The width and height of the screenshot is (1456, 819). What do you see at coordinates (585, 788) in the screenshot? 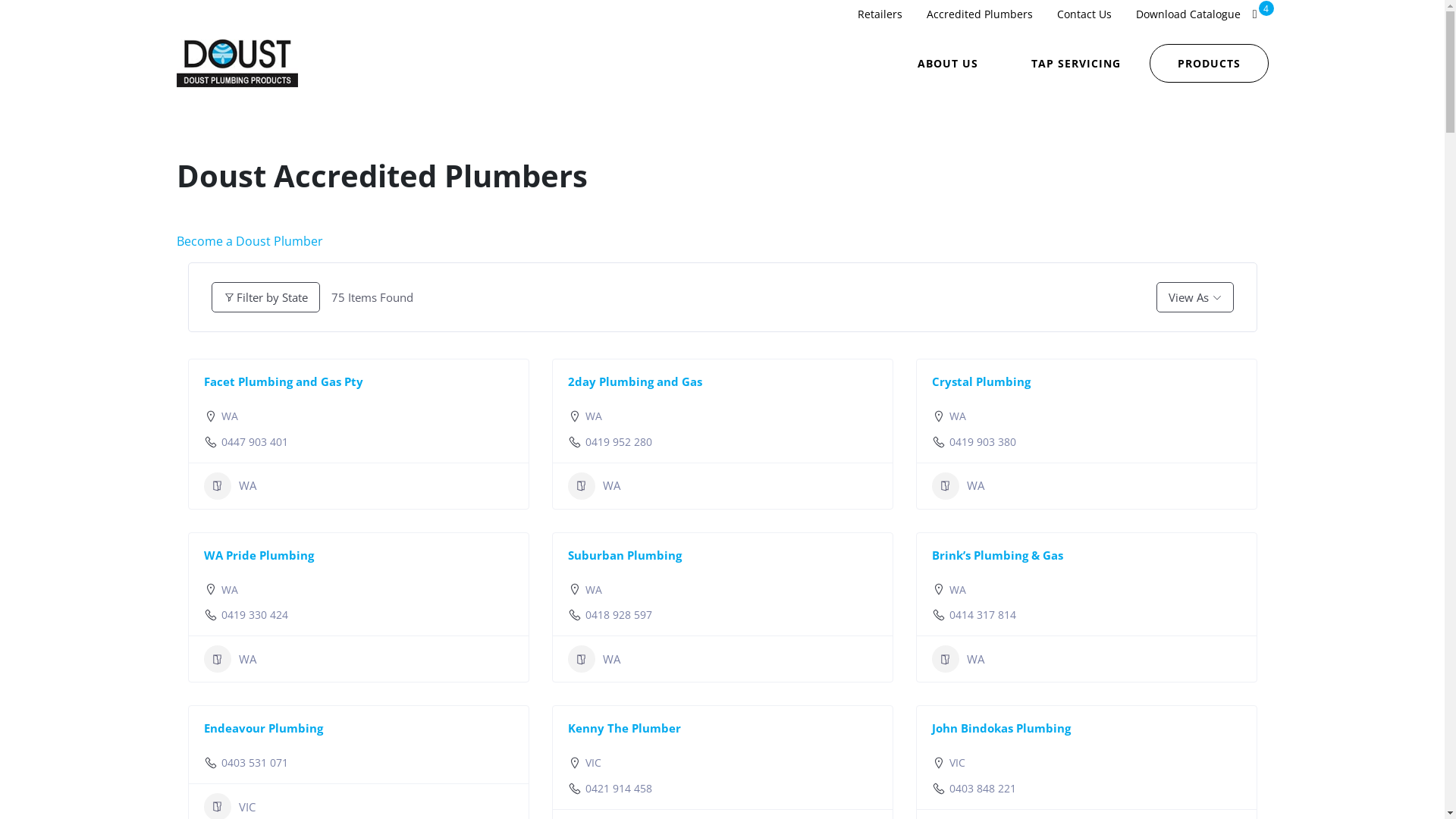
I see `'0421 914 458'` at bounding box center [585, 788].